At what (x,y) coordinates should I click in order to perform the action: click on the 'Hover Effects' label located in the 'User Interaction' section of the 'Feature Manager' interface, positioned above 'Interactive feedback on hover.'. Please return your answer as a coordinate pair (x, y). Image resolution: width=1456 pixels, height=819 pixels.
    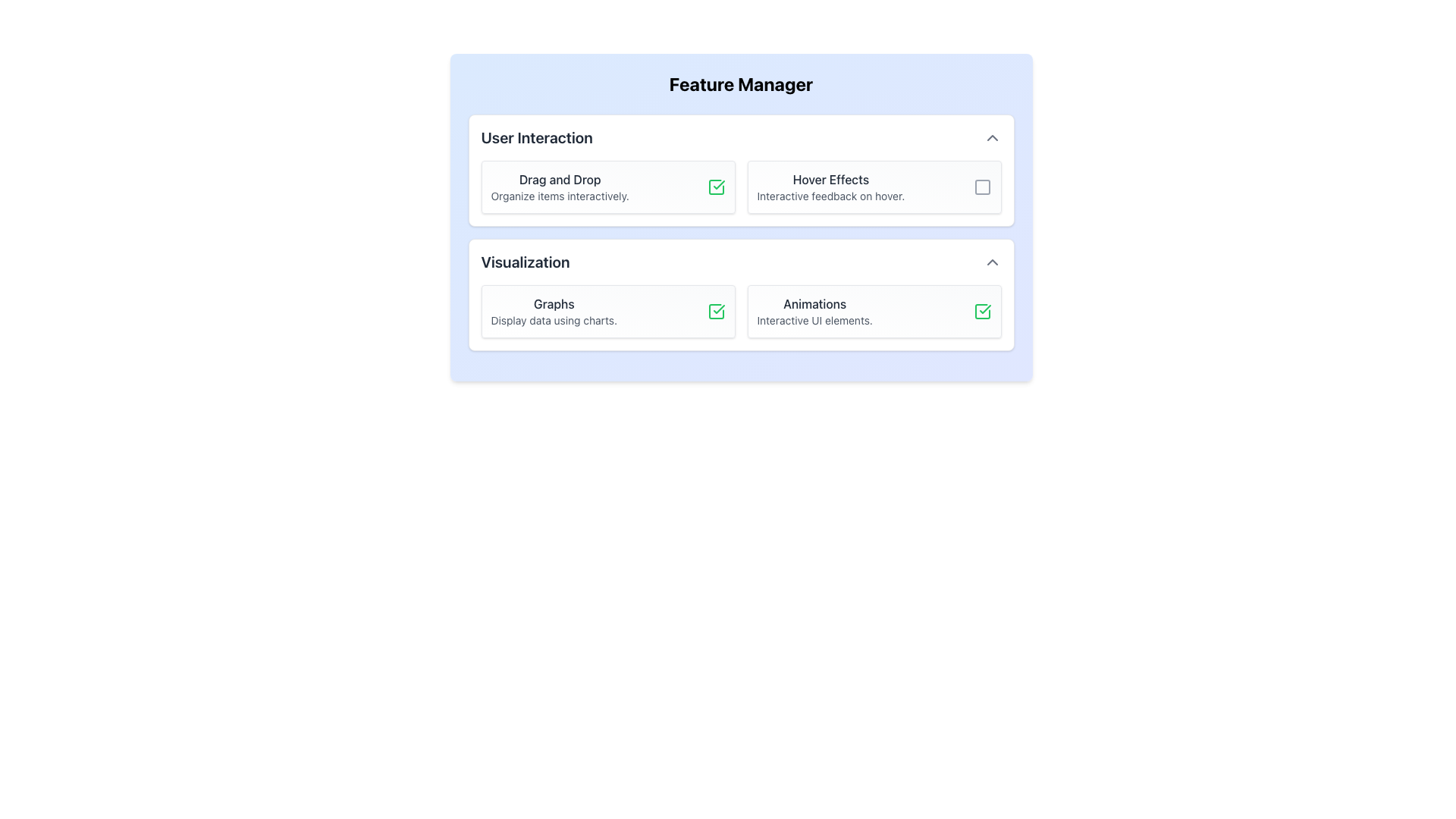
    Looking at the image, I should click on (830, 178).